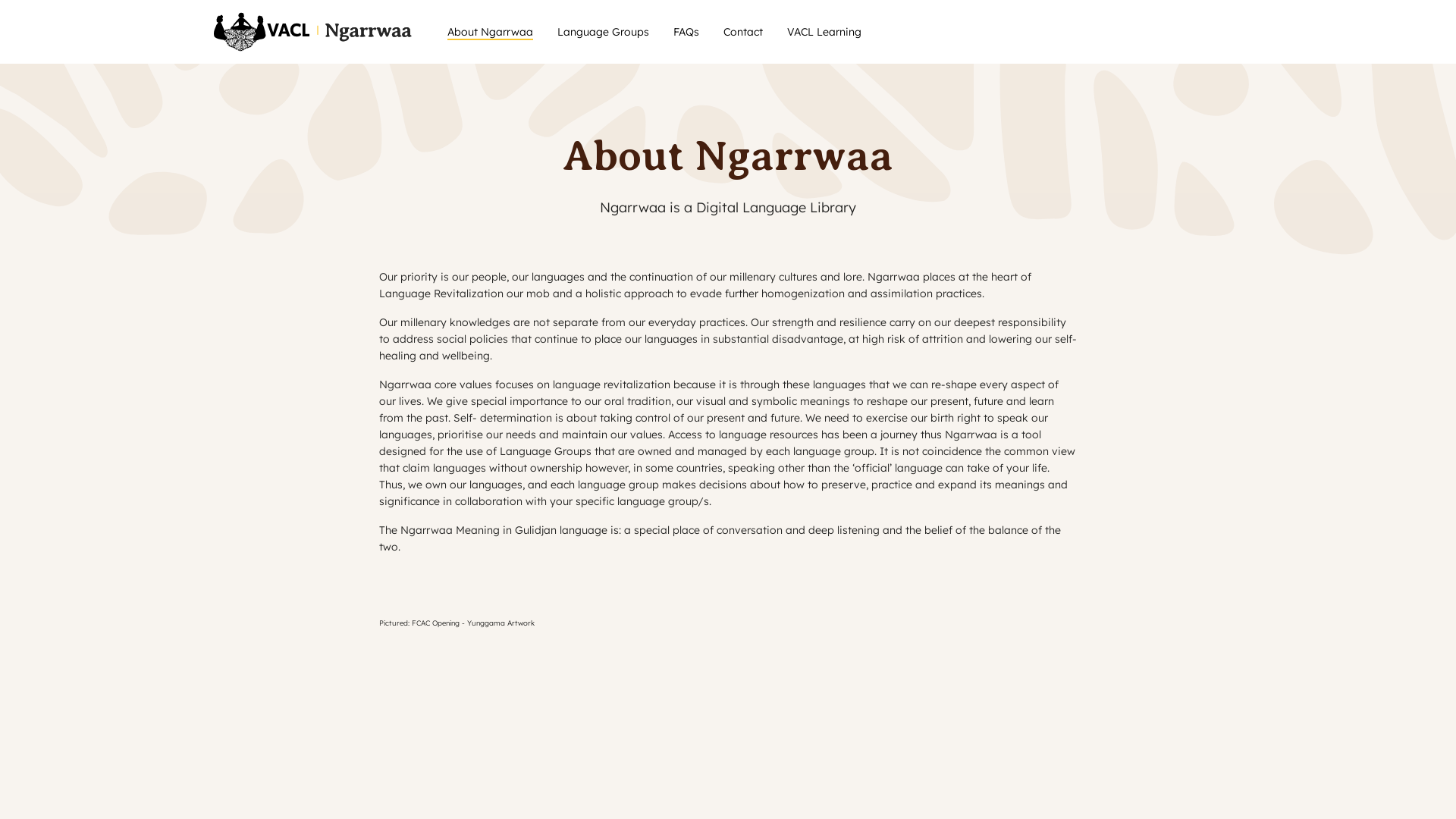 The image size is (1456, 819). Describe the element at coordinates (686, 32) in the screenshot. I see `'FAQs'` at that location.